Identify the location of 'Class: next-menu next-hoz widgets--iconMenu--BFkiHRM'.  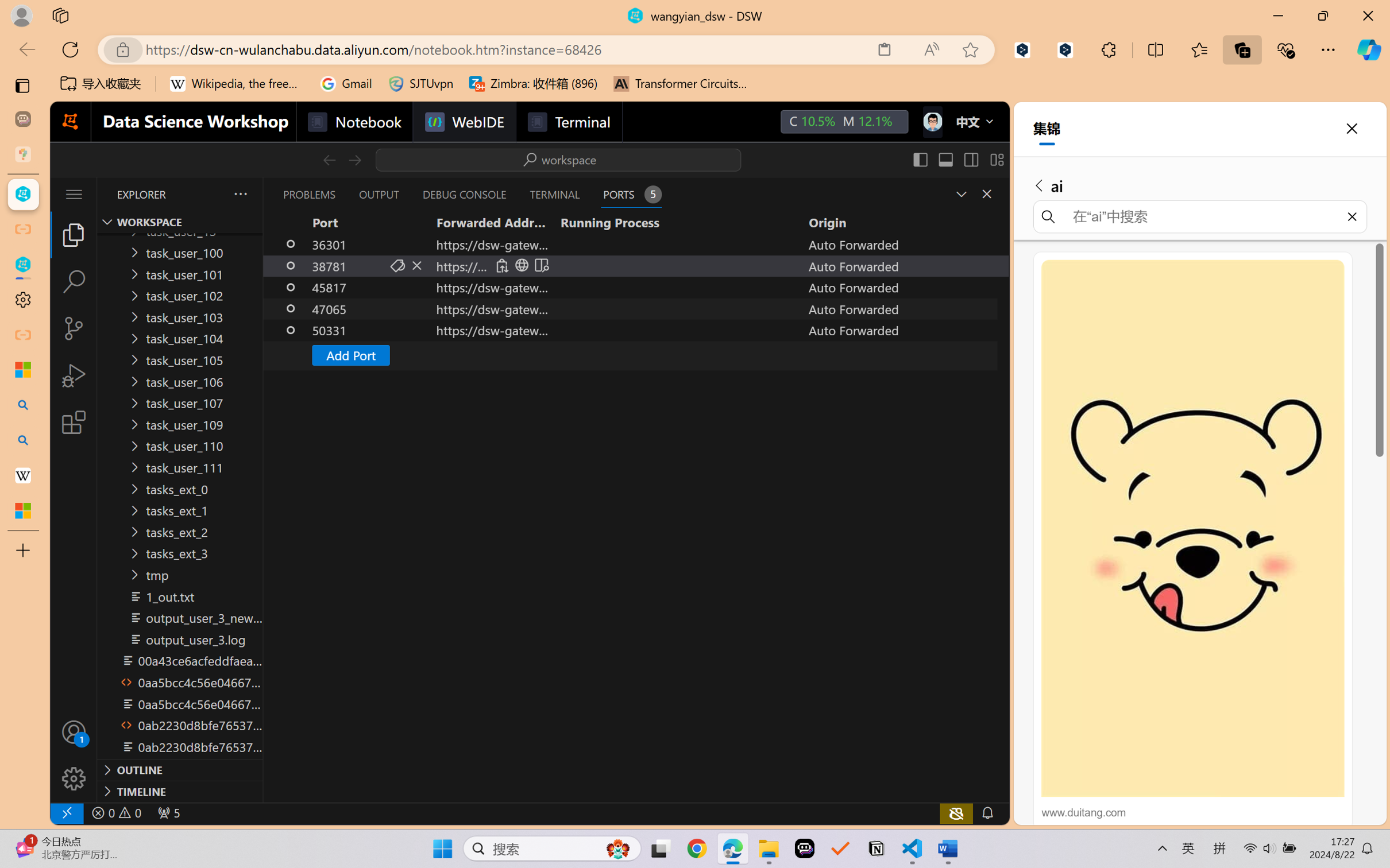
(931, 121).